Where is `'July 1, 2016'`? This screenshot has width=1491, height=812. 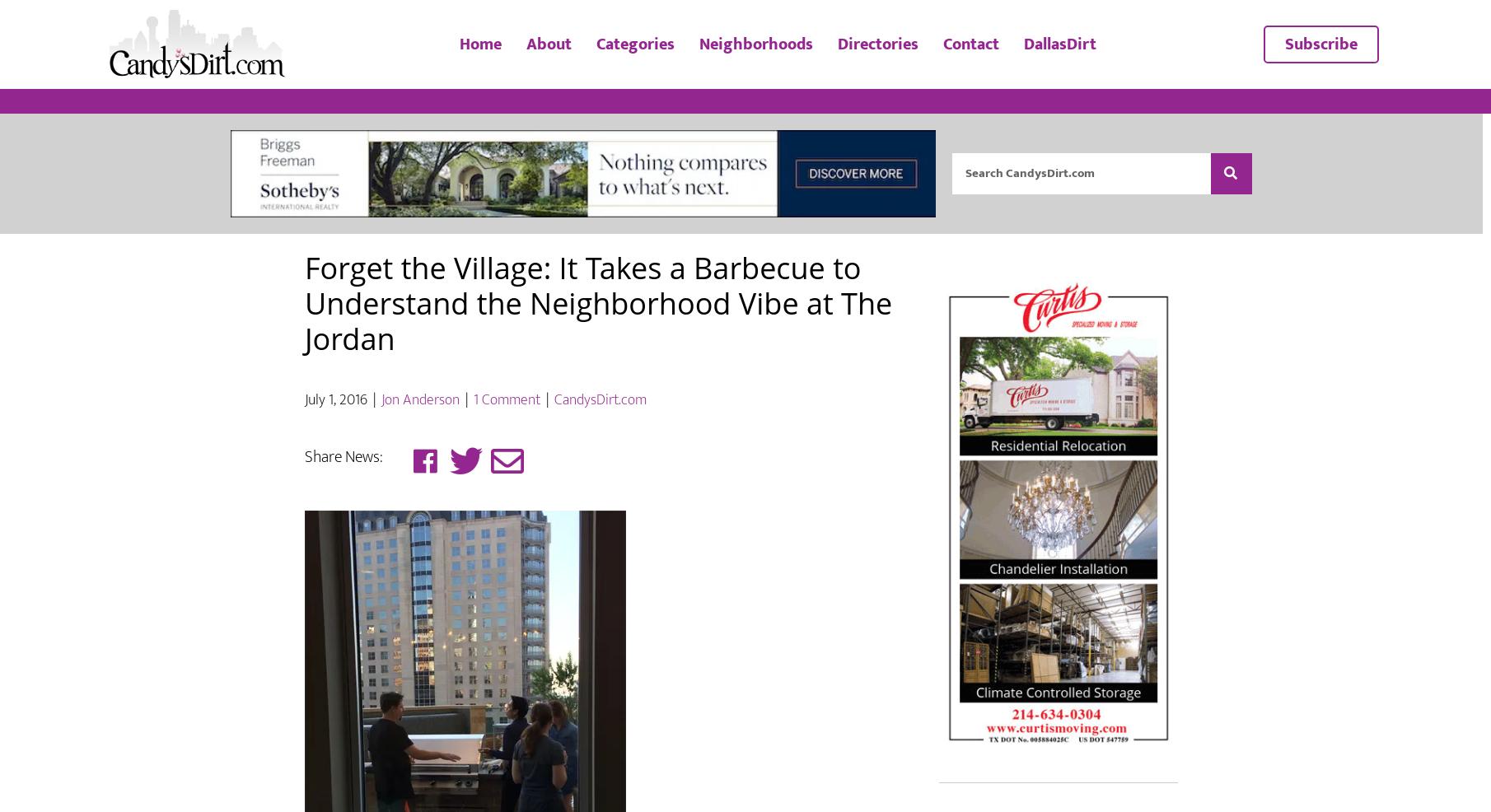 'July 1, 2016' is located at coordinates (304, 446).